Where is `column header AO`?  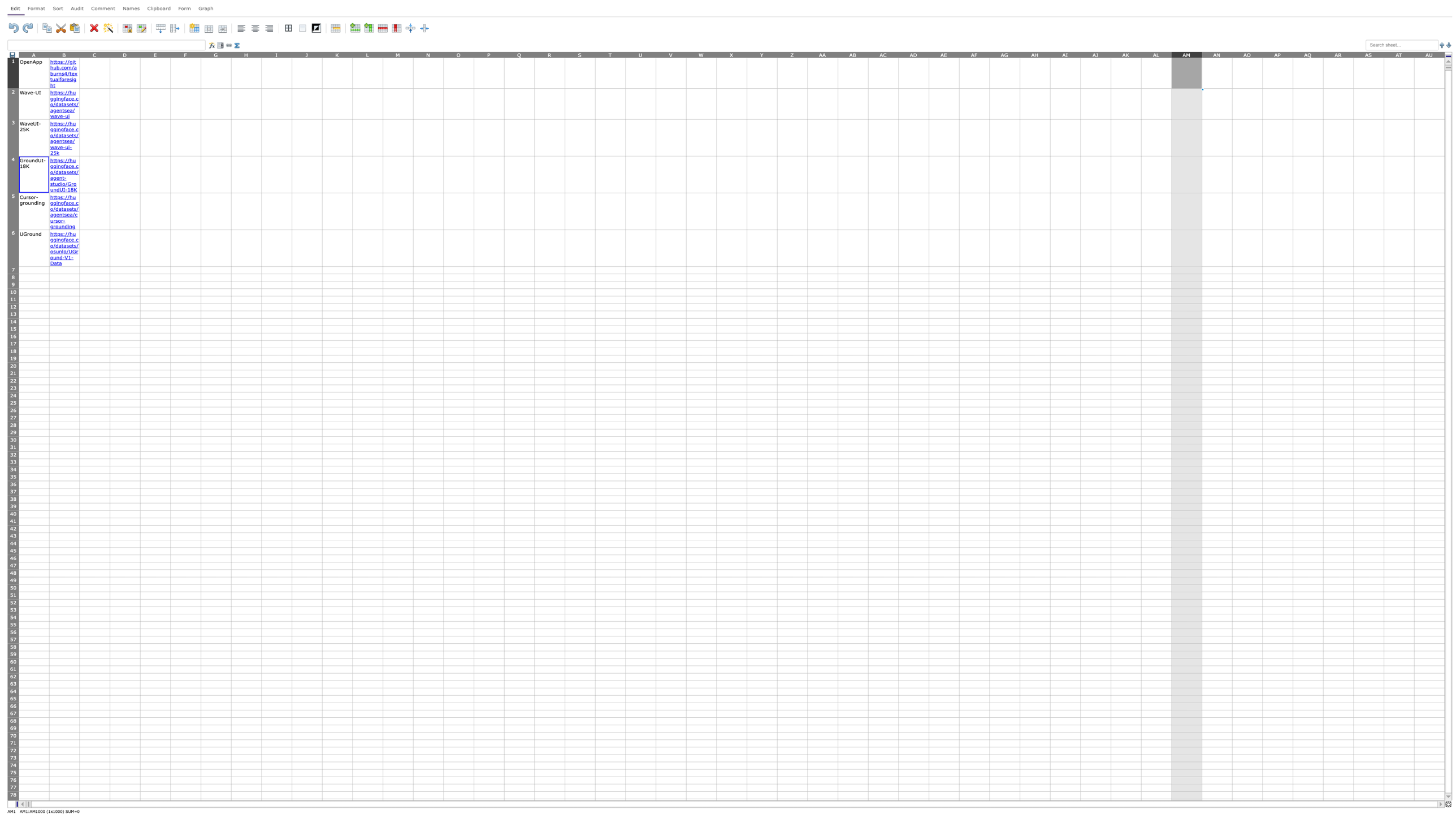 column header AO is located at coordinates (1247, 54).